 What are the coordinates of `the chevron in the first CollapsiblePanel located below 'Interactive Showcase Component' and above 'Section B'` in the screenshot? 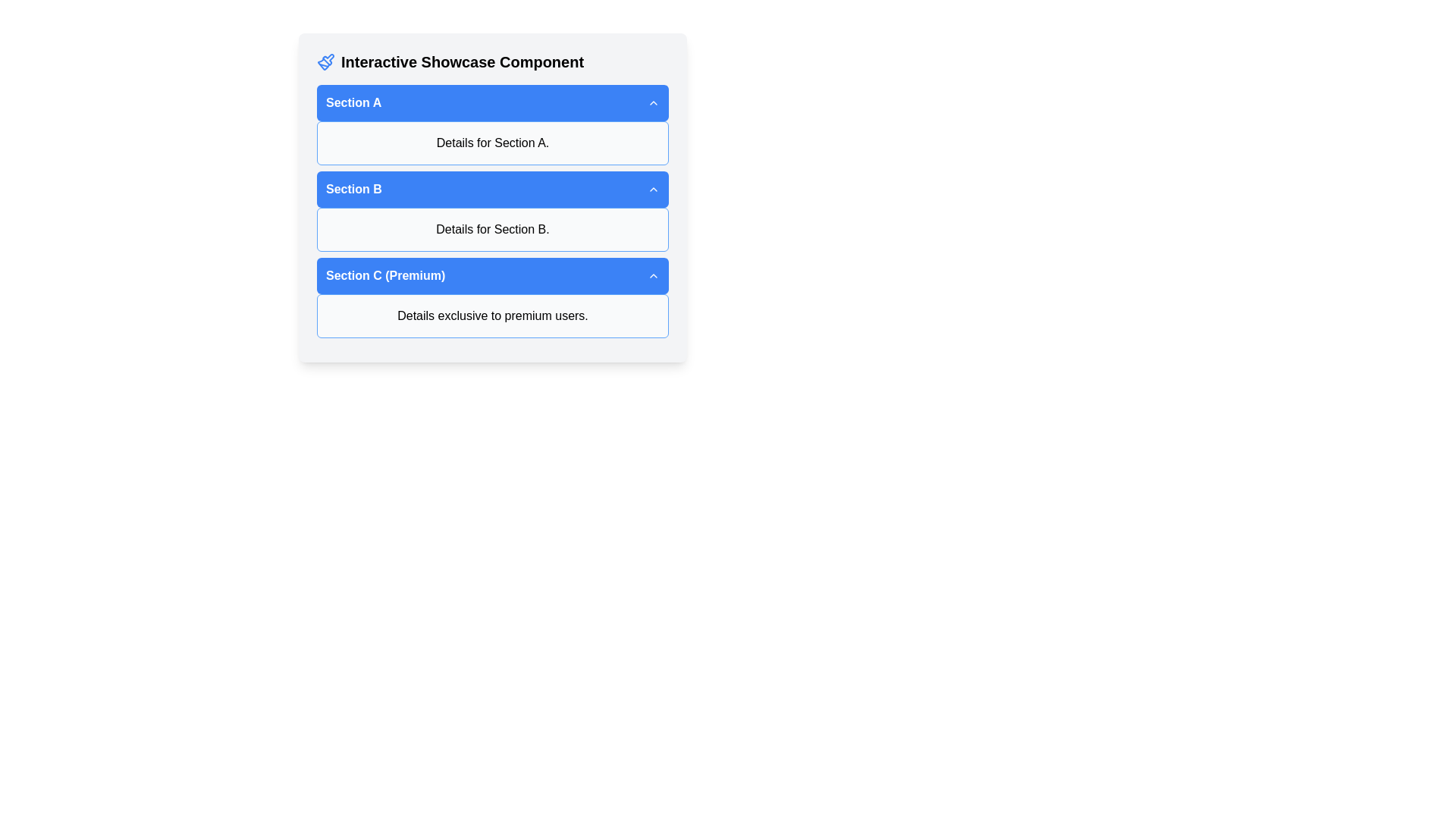 It's located at (492, 124).